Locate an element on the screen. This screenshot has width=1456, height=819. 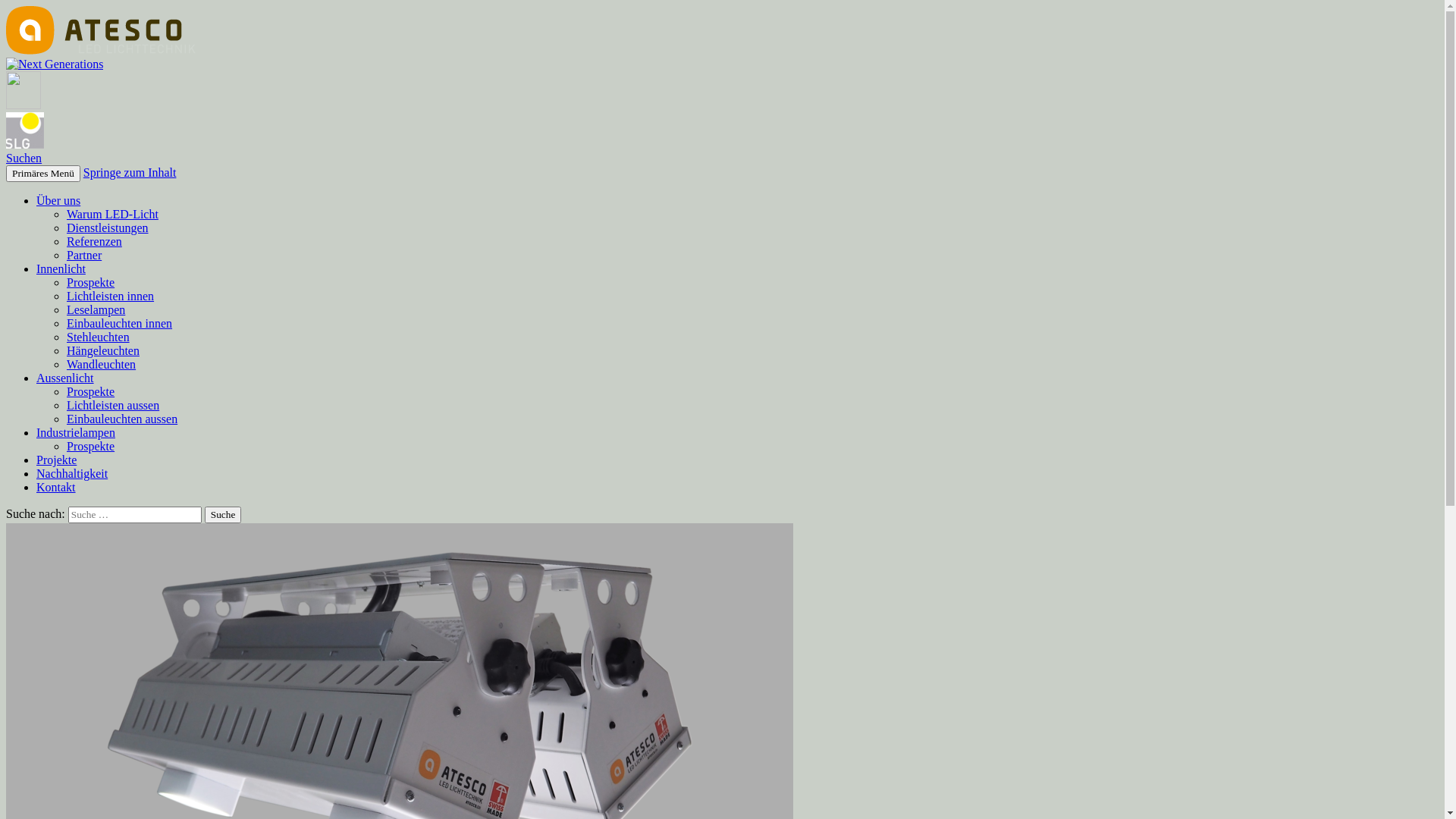
'Springe zum Inhalt' is located at coordinates (130, 171).